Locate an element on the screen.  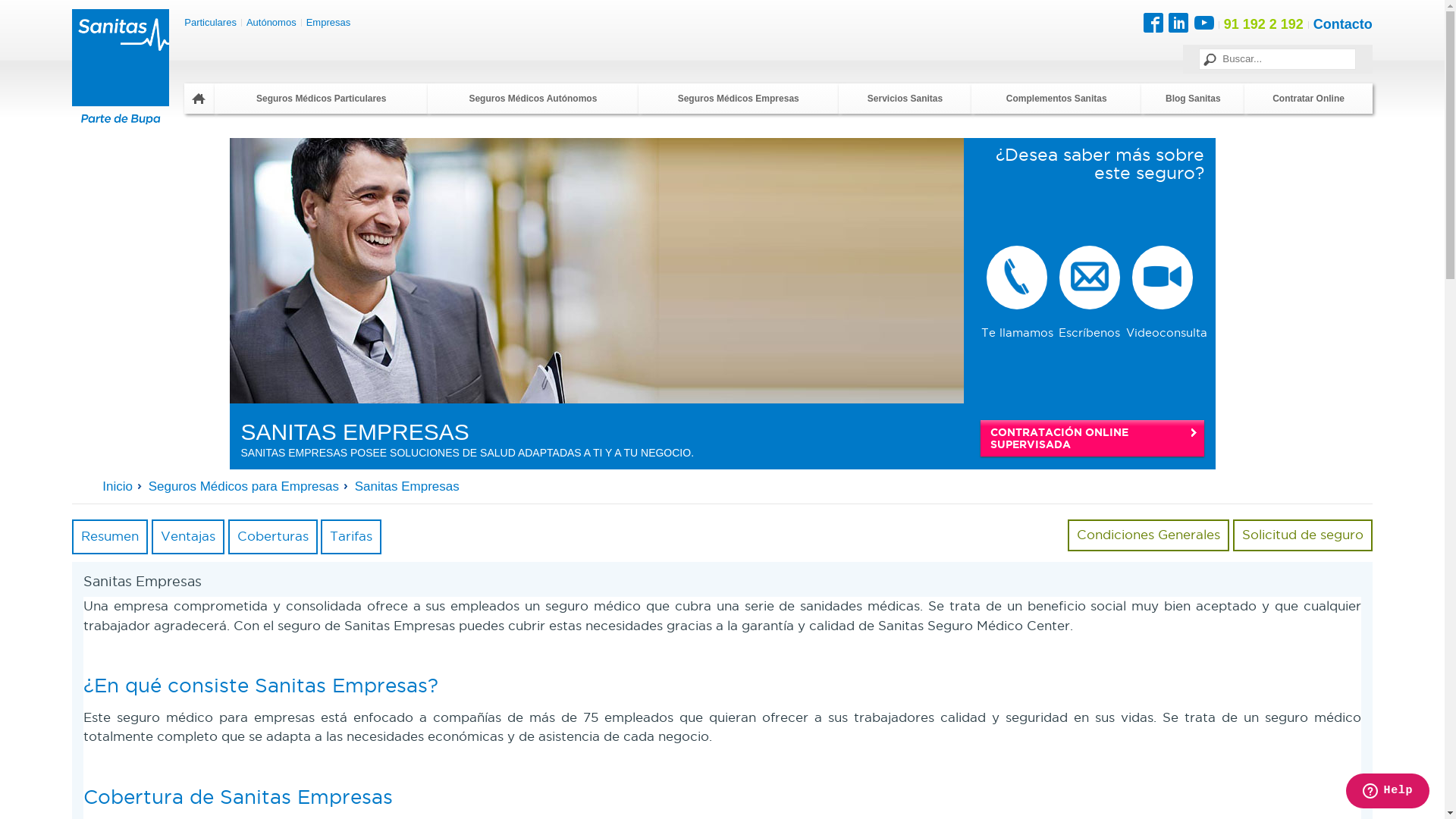
'Contratar Online' is located at coordinates (1307, 99).